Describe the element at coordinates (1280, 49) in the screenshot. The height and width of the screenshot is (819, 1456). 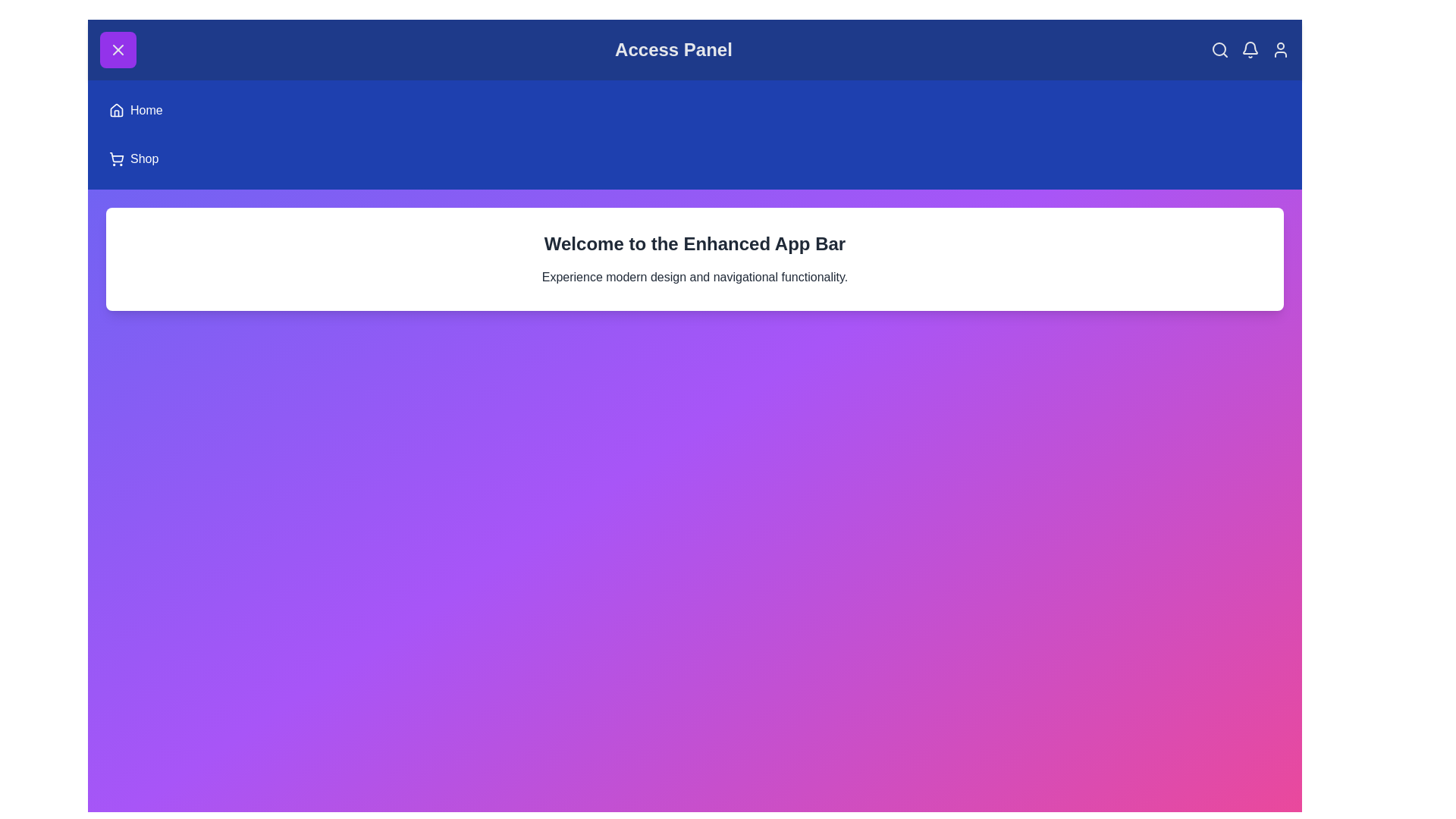
I see `the 'User Profile' icon` at that location.